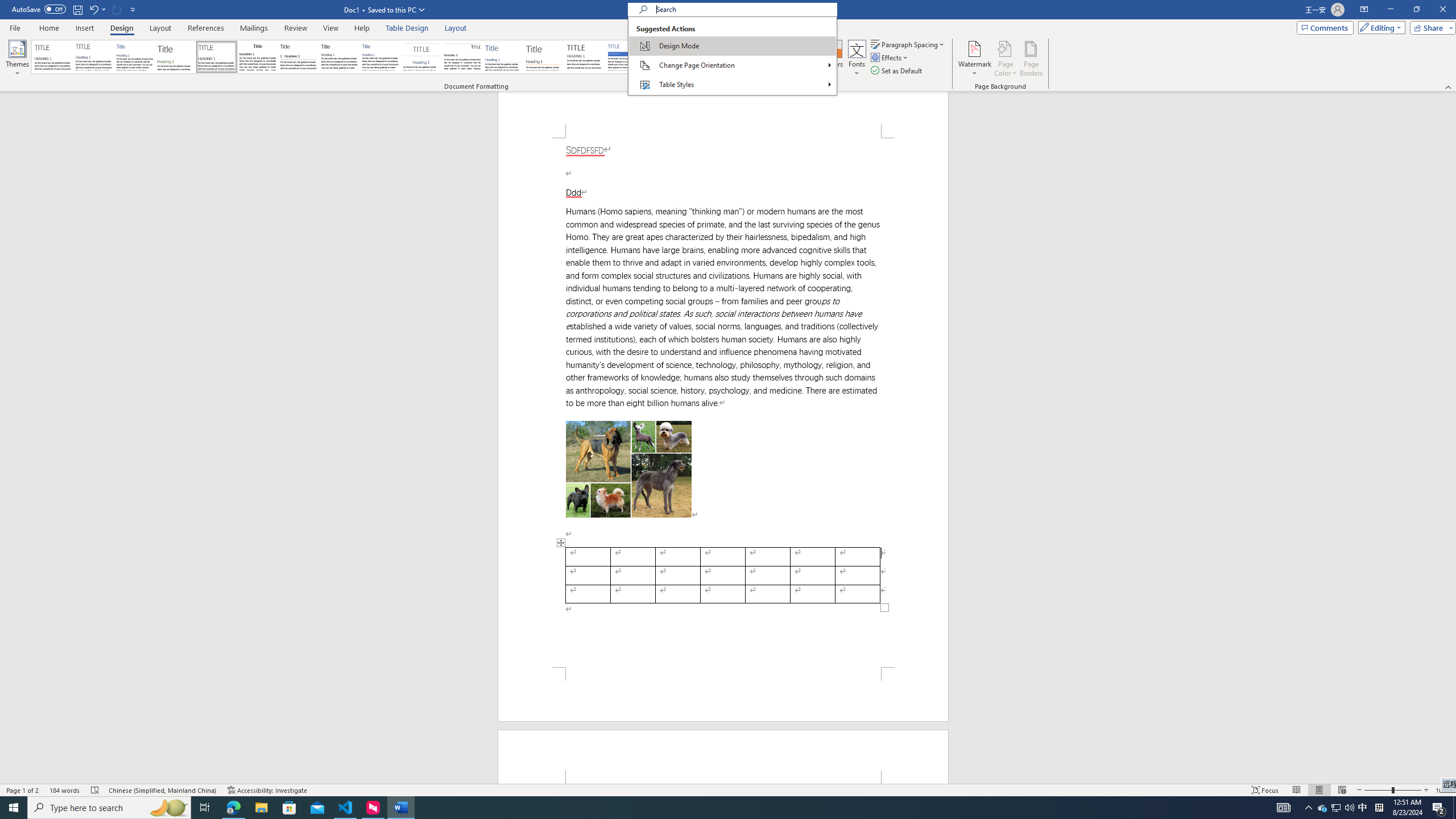 The image size is (1456, 819). Describe the element at coordinates (814, 67) in the screenshot. I see `'Style Set'` at that location.